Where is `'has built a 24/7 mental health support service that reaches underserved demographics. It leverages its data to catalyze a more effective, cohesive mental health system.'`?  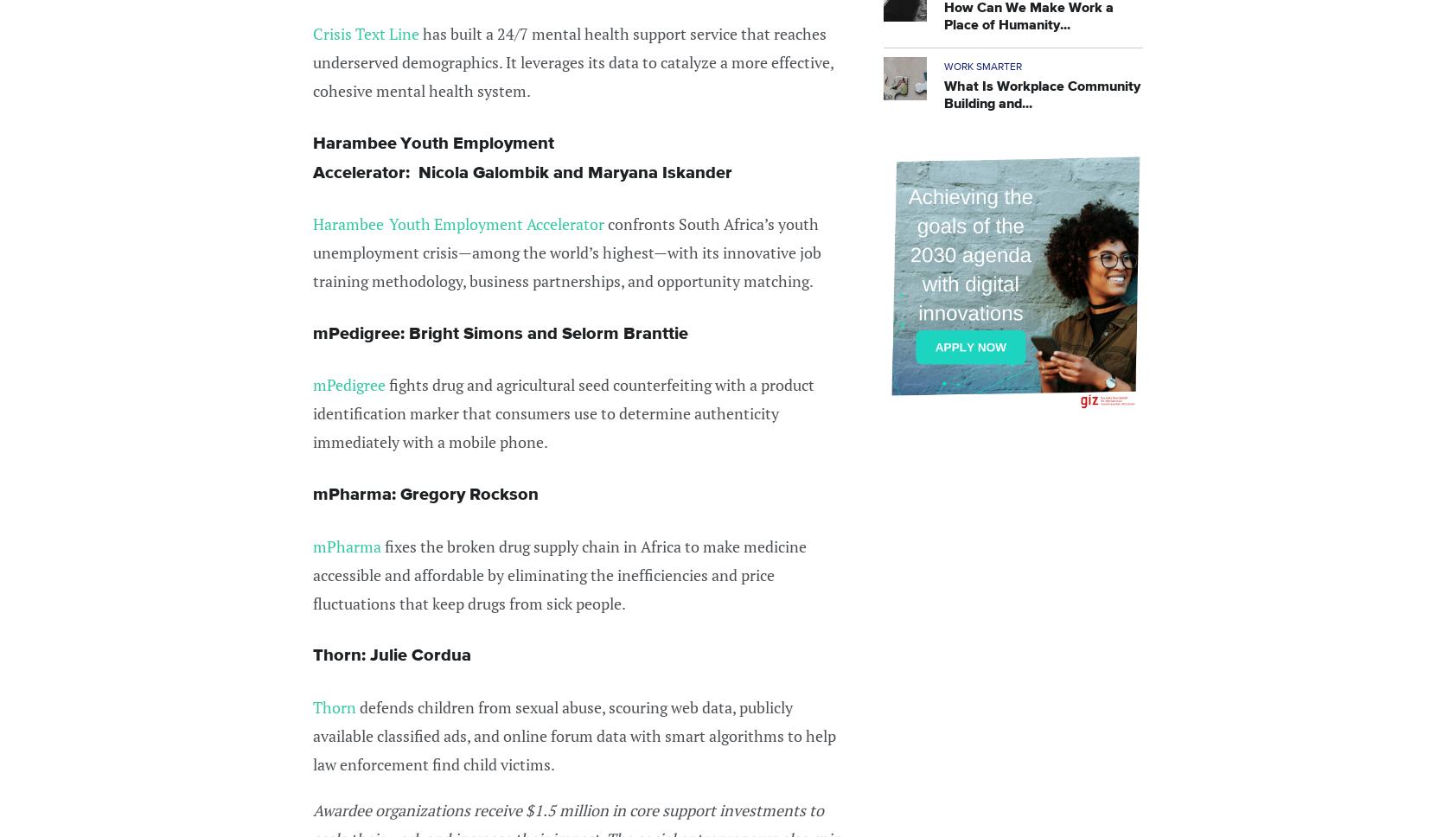 'has built a 24/7 mental health support service that reaches underserved demographics. It leverages its data to catalyze a more effective, cohesive mental health system.' is located at coordinates (572, 61).